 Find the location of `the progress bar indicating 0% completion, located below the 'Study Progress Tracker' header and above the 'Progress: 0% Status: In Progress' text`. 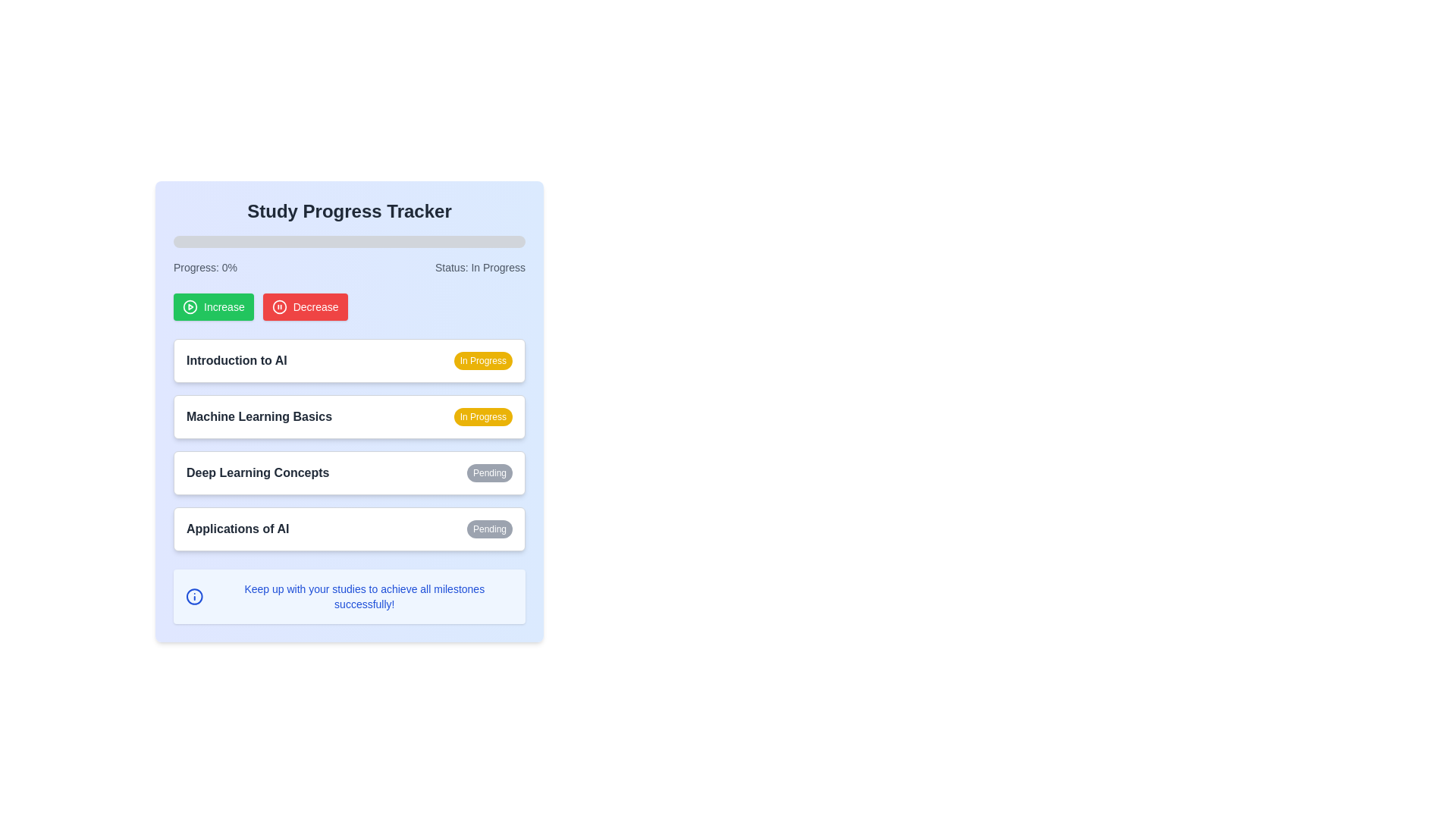

the progress bar indicating 0% completion, located below the 'Study Progress Tracker' header and above the 'Progress: 0% Status: In Progress' text is located at coordinates (348, 241).